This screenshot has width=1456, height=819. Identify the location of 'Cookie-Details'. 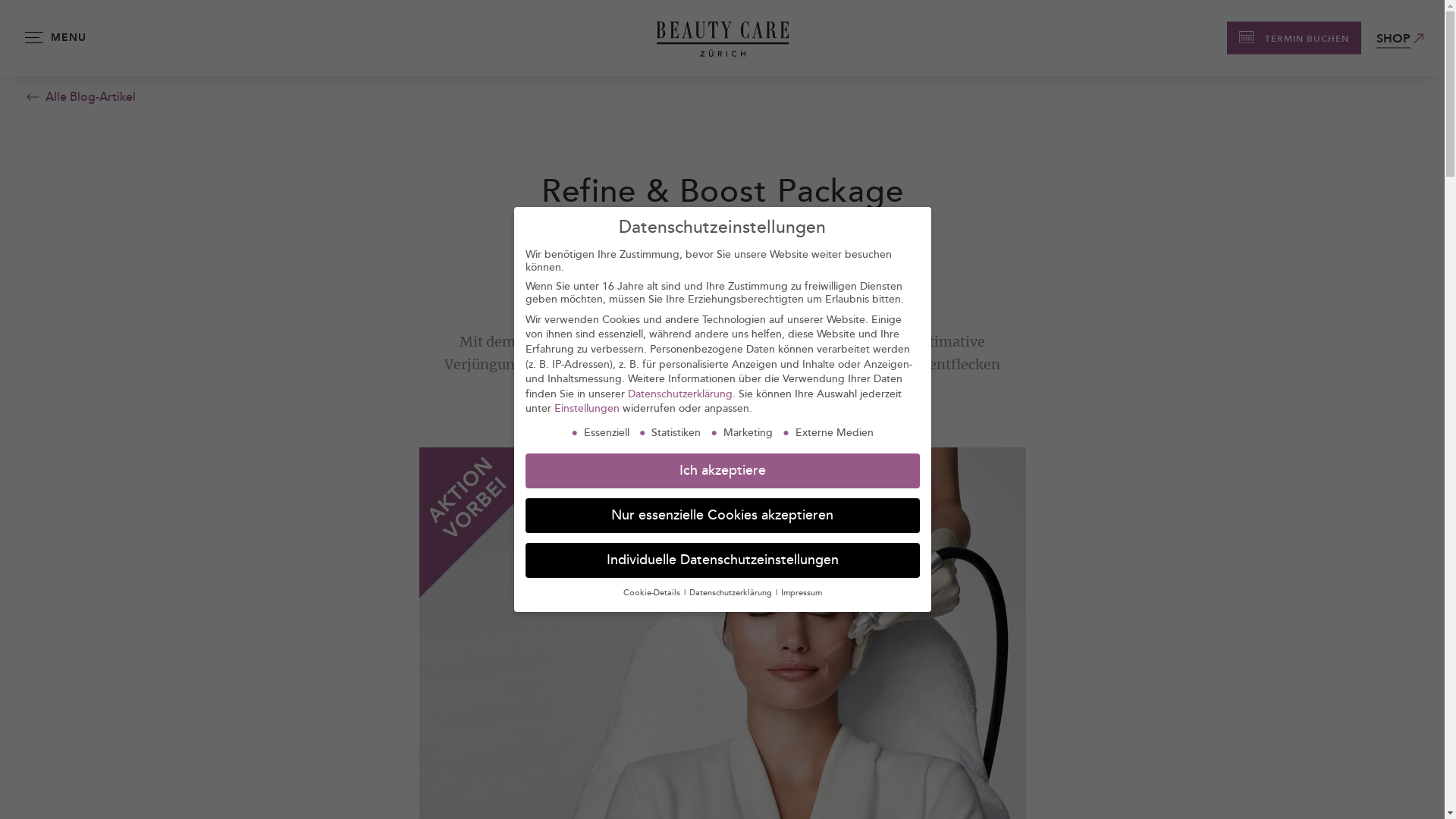
(623, 591).